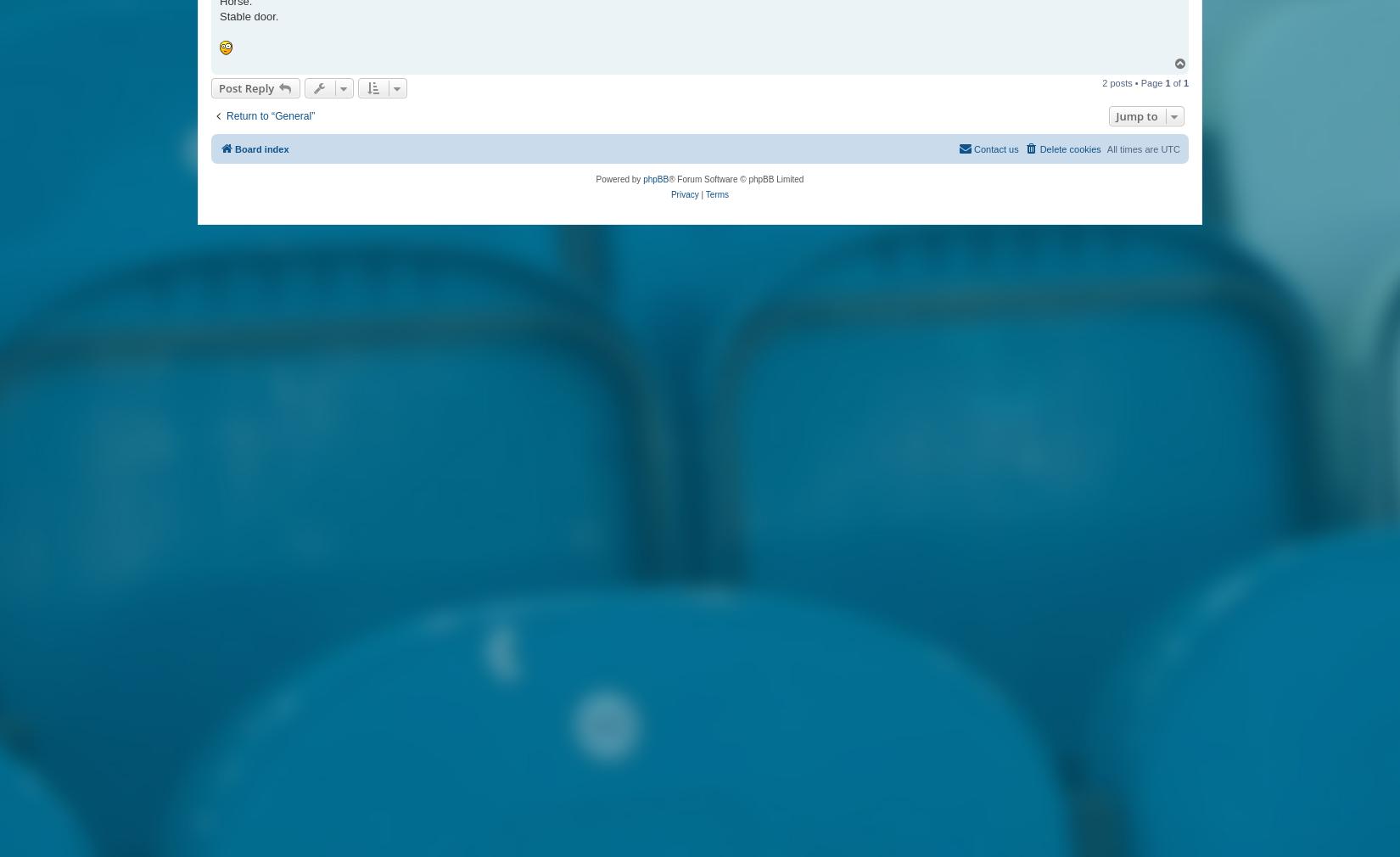 The image size is (1400, 857). Describe the element at coordinates (618, 178) in the screenshot. I see `'Powered by'` at that location.